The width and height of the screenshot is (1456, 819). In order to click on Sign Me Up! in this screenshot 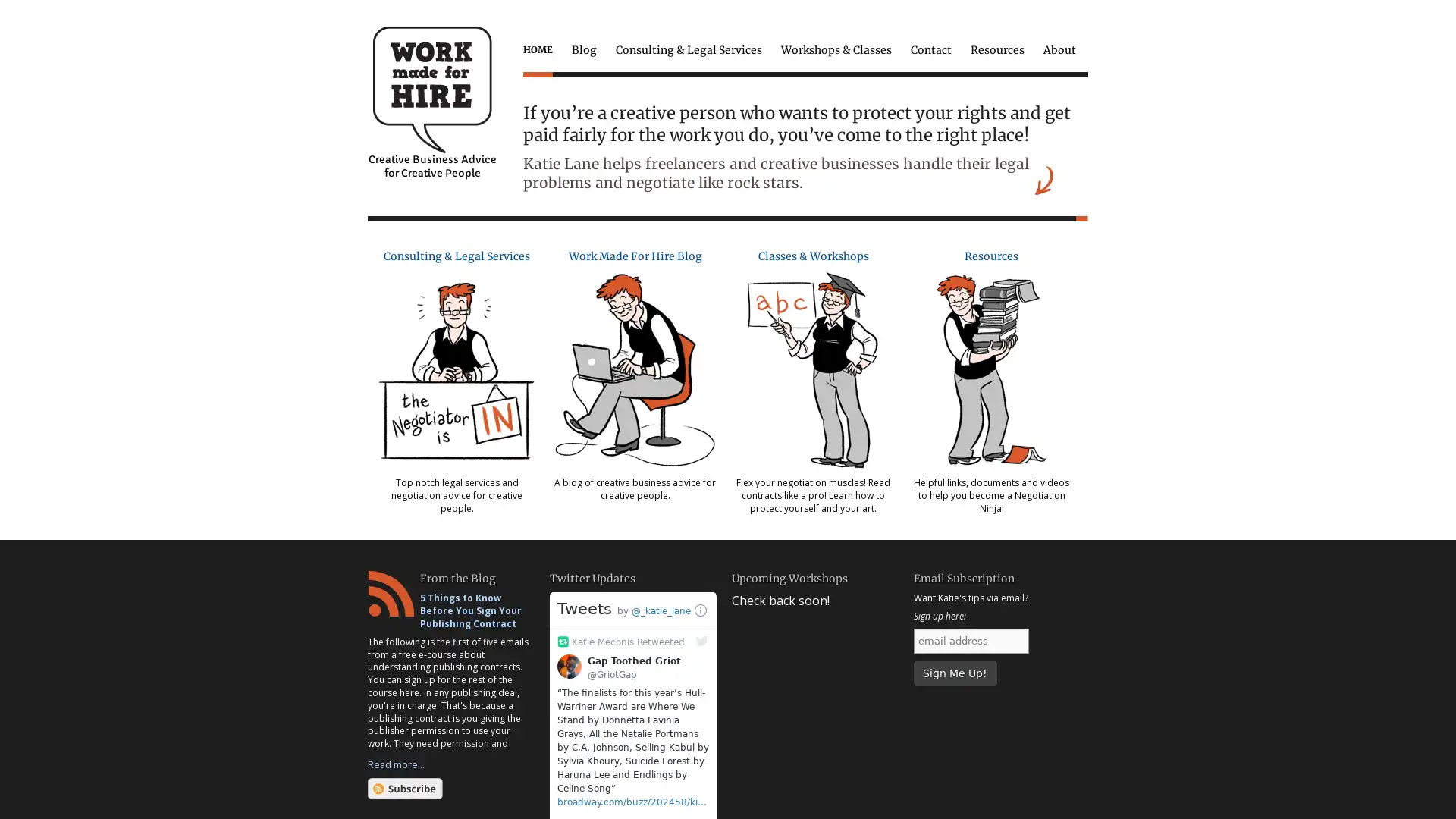, I will do `click(953, 672)`.